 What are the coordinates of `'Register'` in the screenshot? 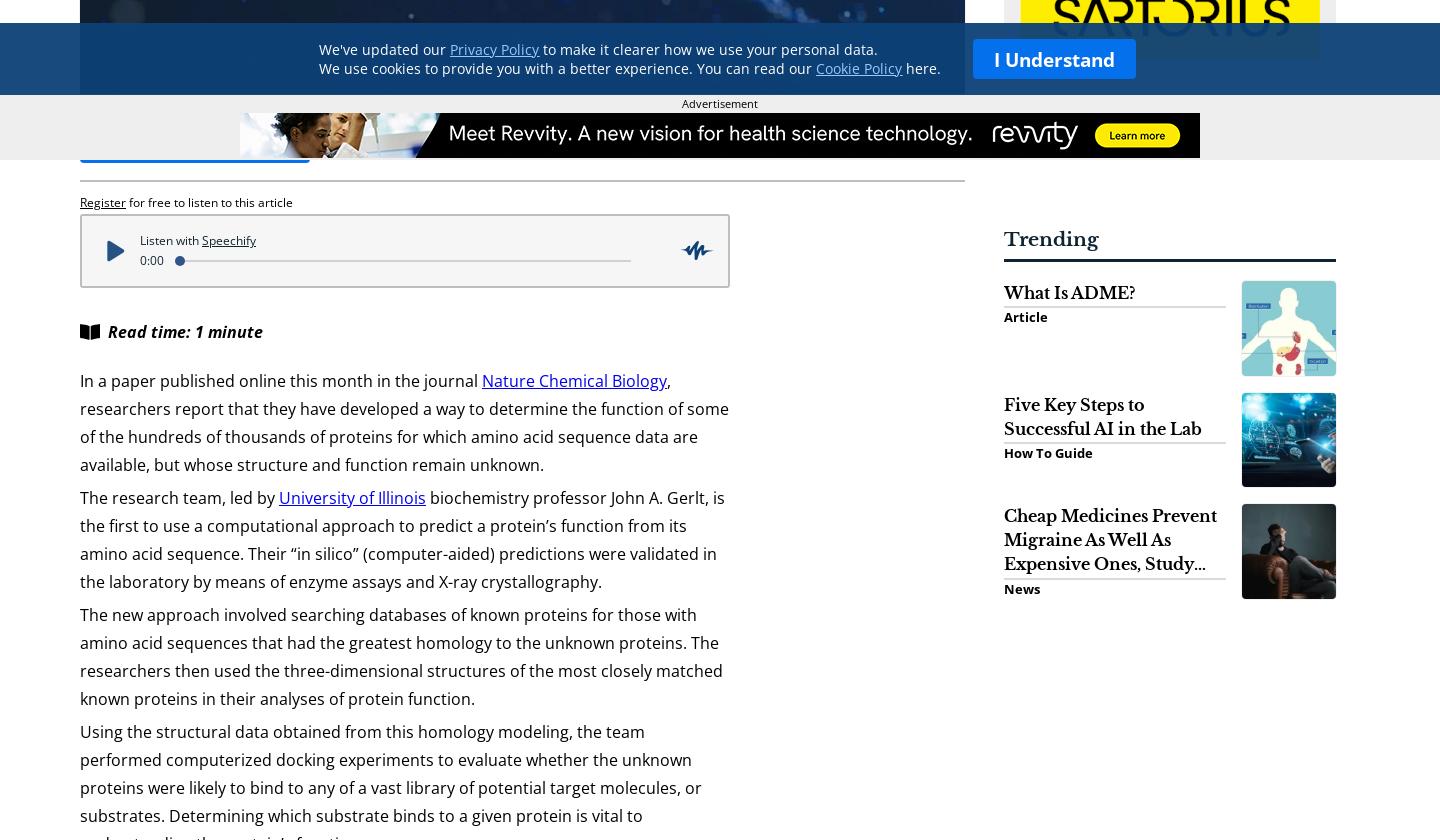 It's located at (80, 201).